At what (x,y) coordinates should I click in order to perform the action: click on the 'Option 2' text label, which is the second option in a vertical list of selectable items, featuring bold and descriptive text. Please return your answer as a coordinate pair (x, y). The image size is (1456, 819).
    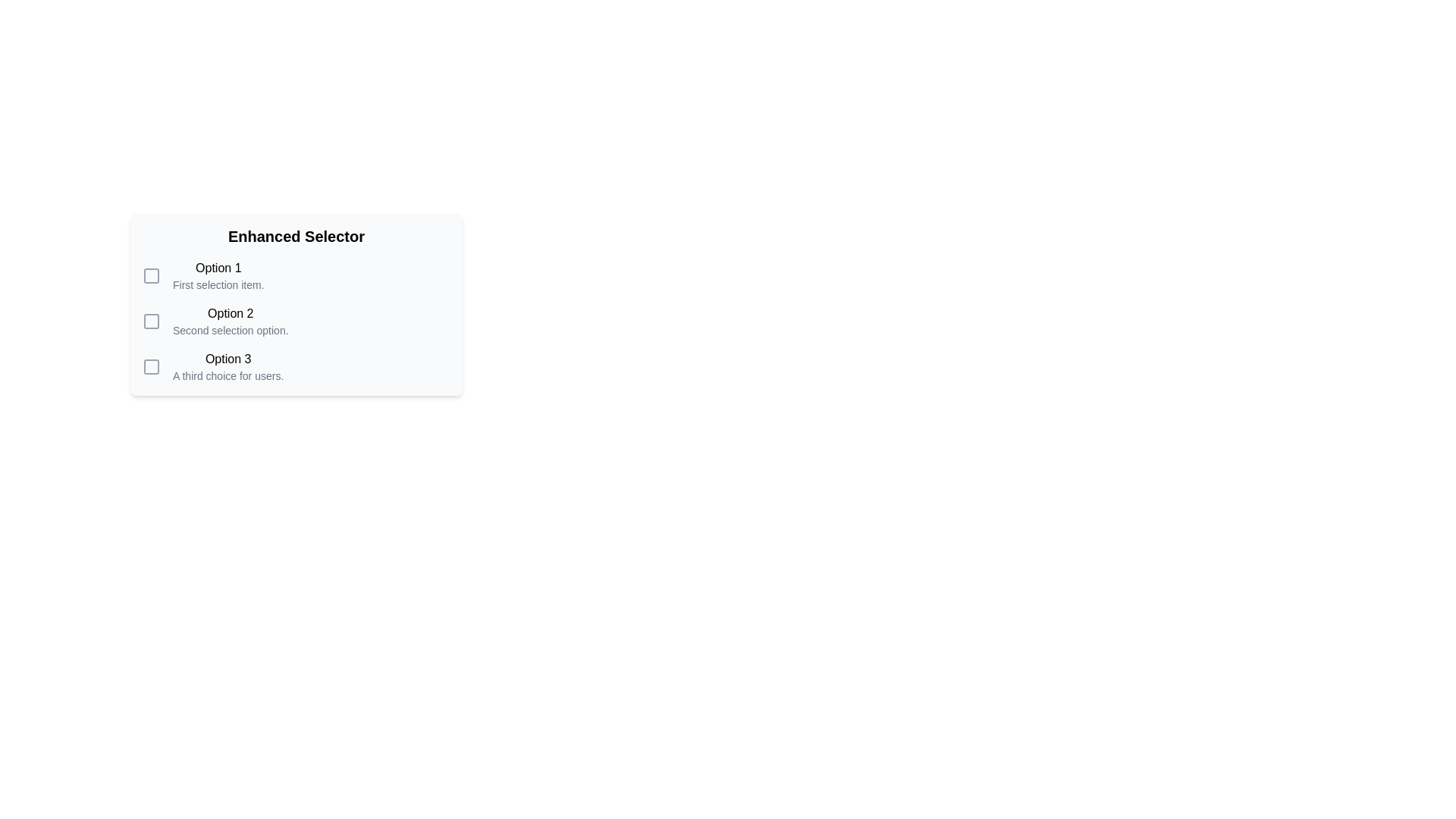
    Looking at the image, I should click on (230, 321).